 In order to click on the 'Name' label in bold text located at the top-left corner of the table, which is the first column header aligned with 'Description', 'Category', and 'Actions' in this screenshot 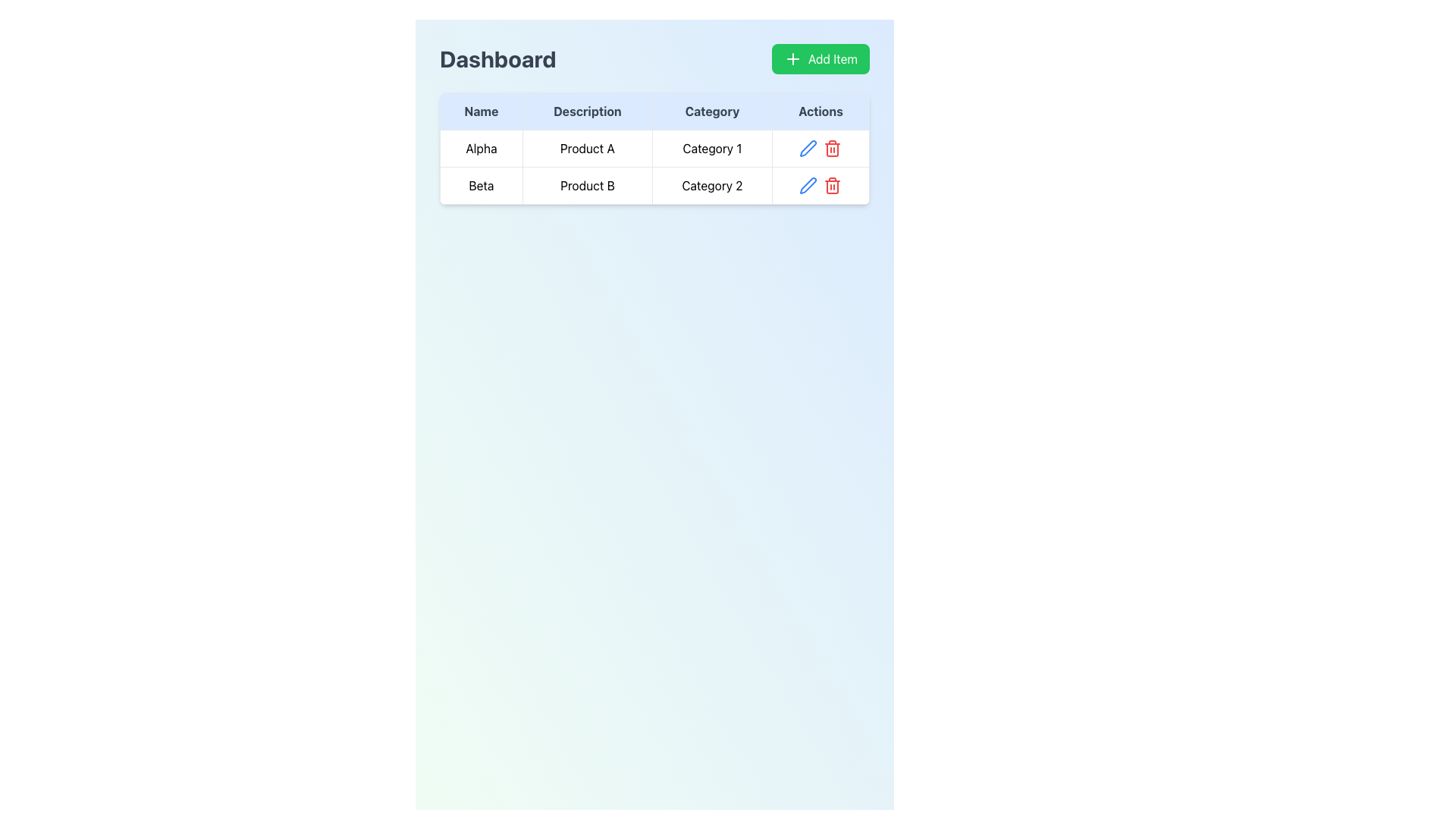, I will do `click(480, 110)`.